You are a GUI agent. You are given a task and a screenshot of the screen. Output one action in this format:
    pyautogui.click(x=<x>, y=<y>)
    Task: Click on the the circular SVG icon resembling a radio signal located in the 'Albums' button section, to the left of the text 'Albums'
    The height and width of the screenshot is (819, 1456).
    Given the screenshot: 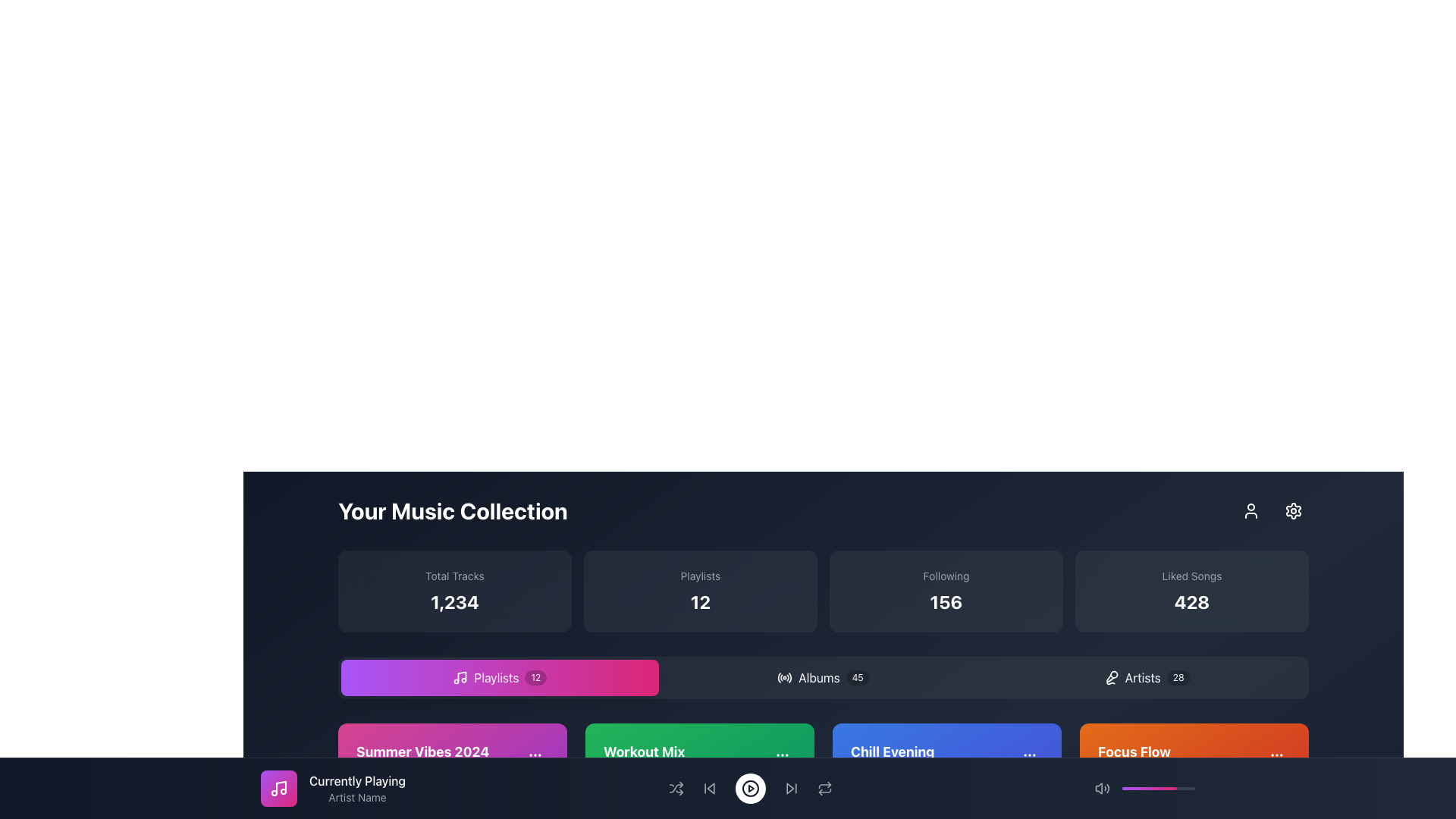 What is the action you would take?
    pyautogui.click(x=785, y=677)
    